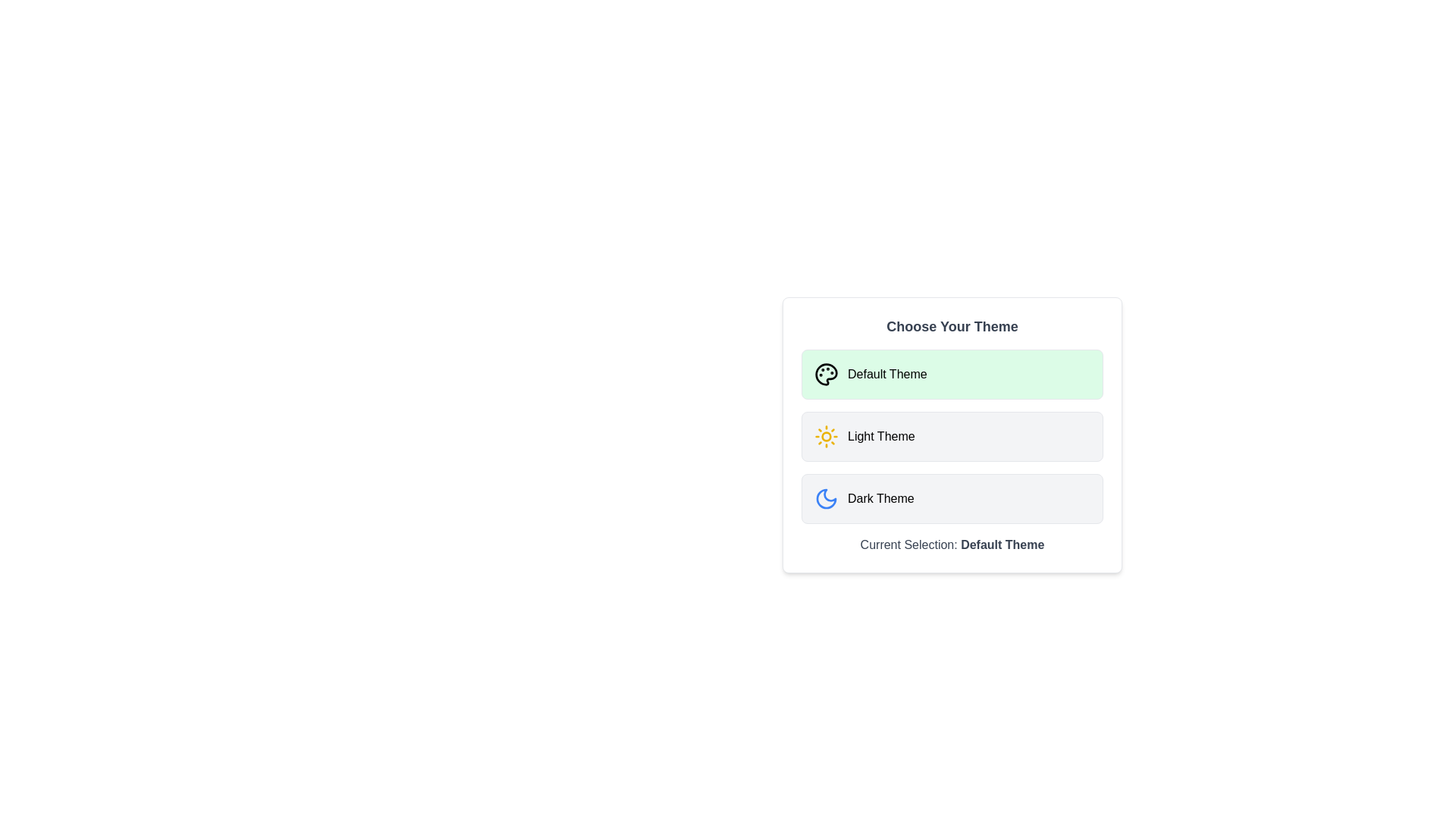 The width and height of the screenshot is (1456, 819). Describe the element at coordinates (825, 374) in the screenshot. I see `the icon for the Default theme` at that location.